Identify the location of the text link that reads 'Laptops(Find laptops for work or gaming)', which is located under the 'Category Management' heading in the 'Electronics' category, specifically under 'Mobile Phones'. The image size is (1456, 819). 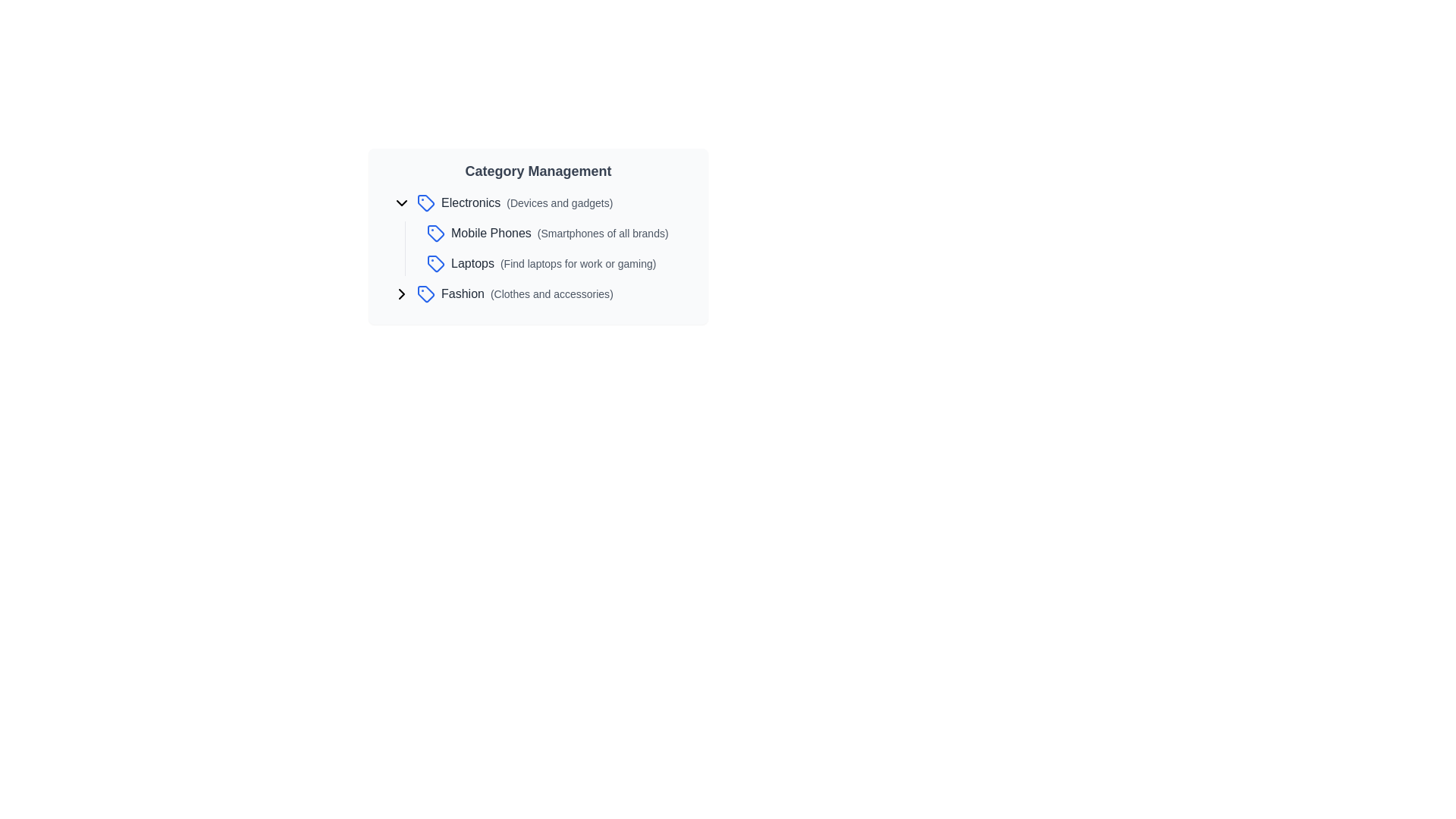
(553, 262).